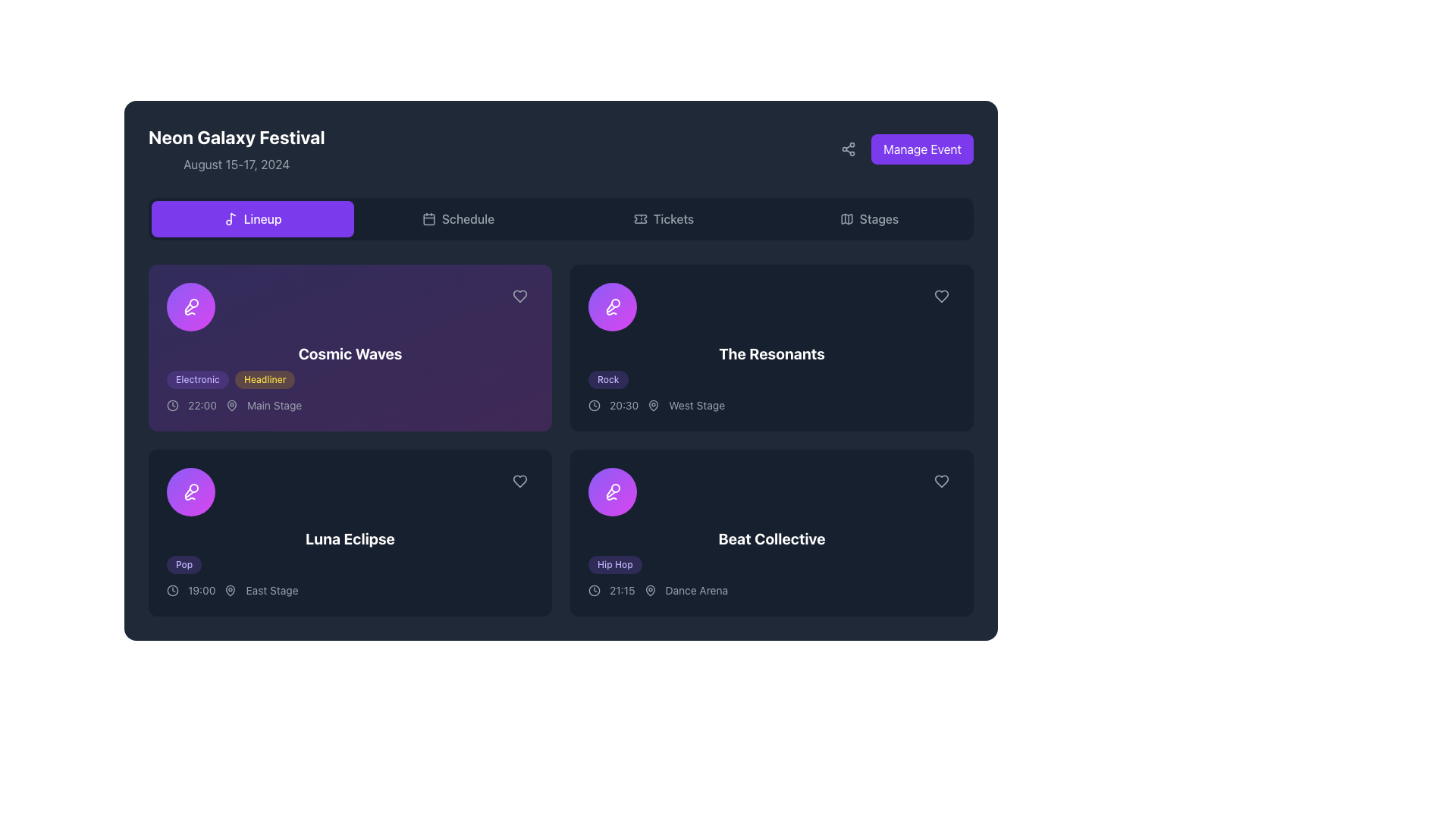 This screenshot has width=1456, height=819. What do you see at coordinates (230, 590) in the screenshot?
I see `the map marker icon, which is styled as a dark gray outline of a map pin located to the left of the 'East Stage' text in the event details for 'Luna Eclipse'` at bounding box center [230, 590].